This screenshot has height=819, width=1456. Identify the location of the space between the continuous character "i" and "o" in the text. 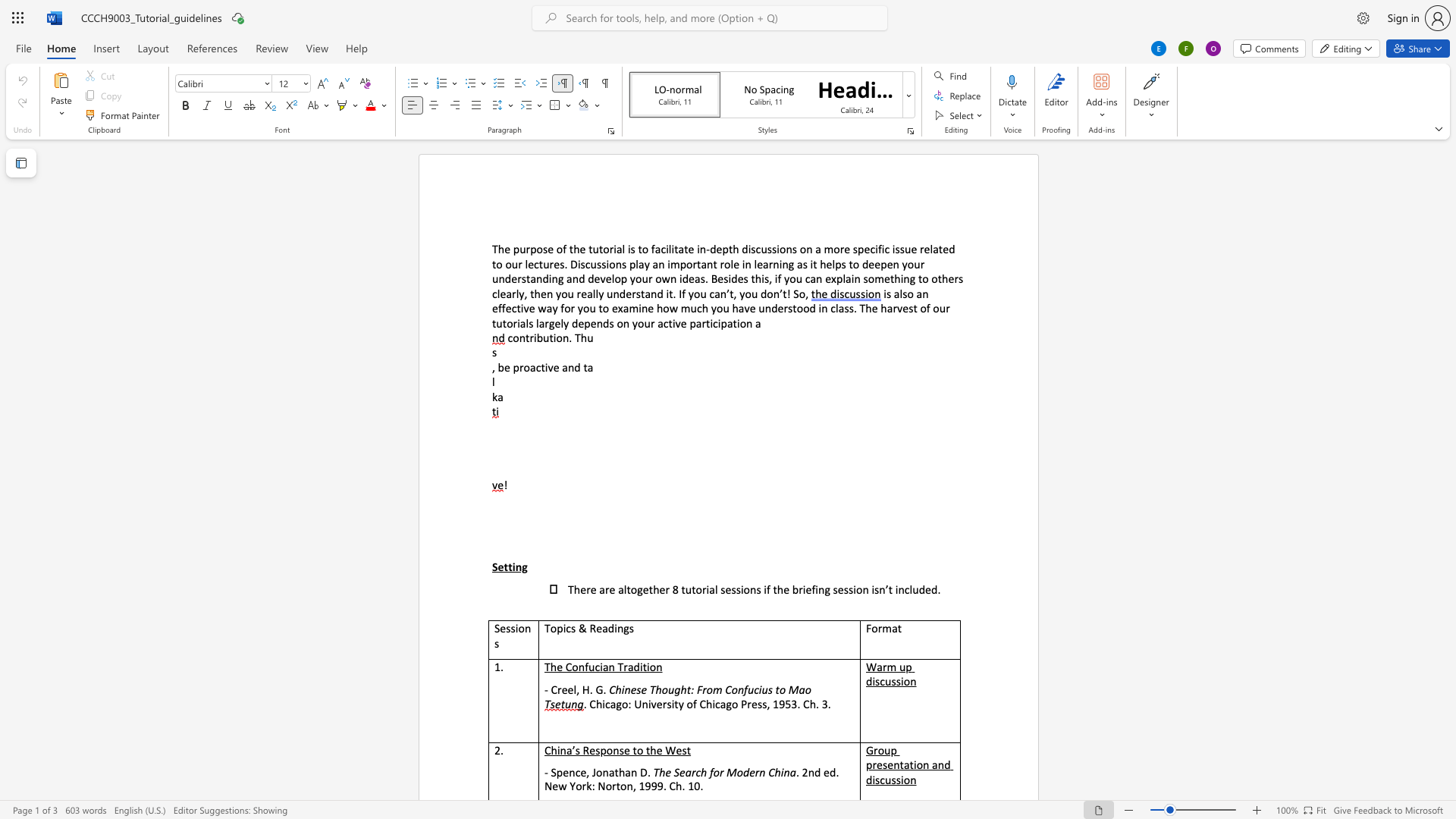
(556, 337).